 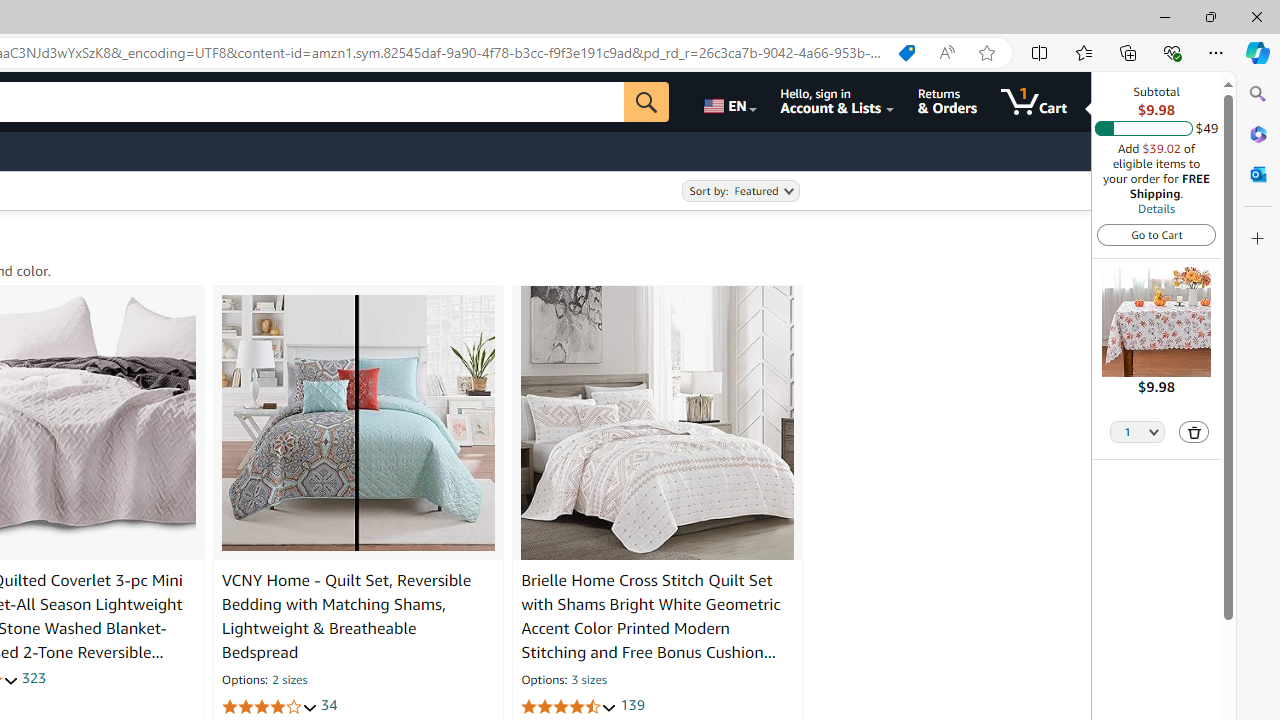 I want to click on '2 sizes', so click(x=288, y=680).